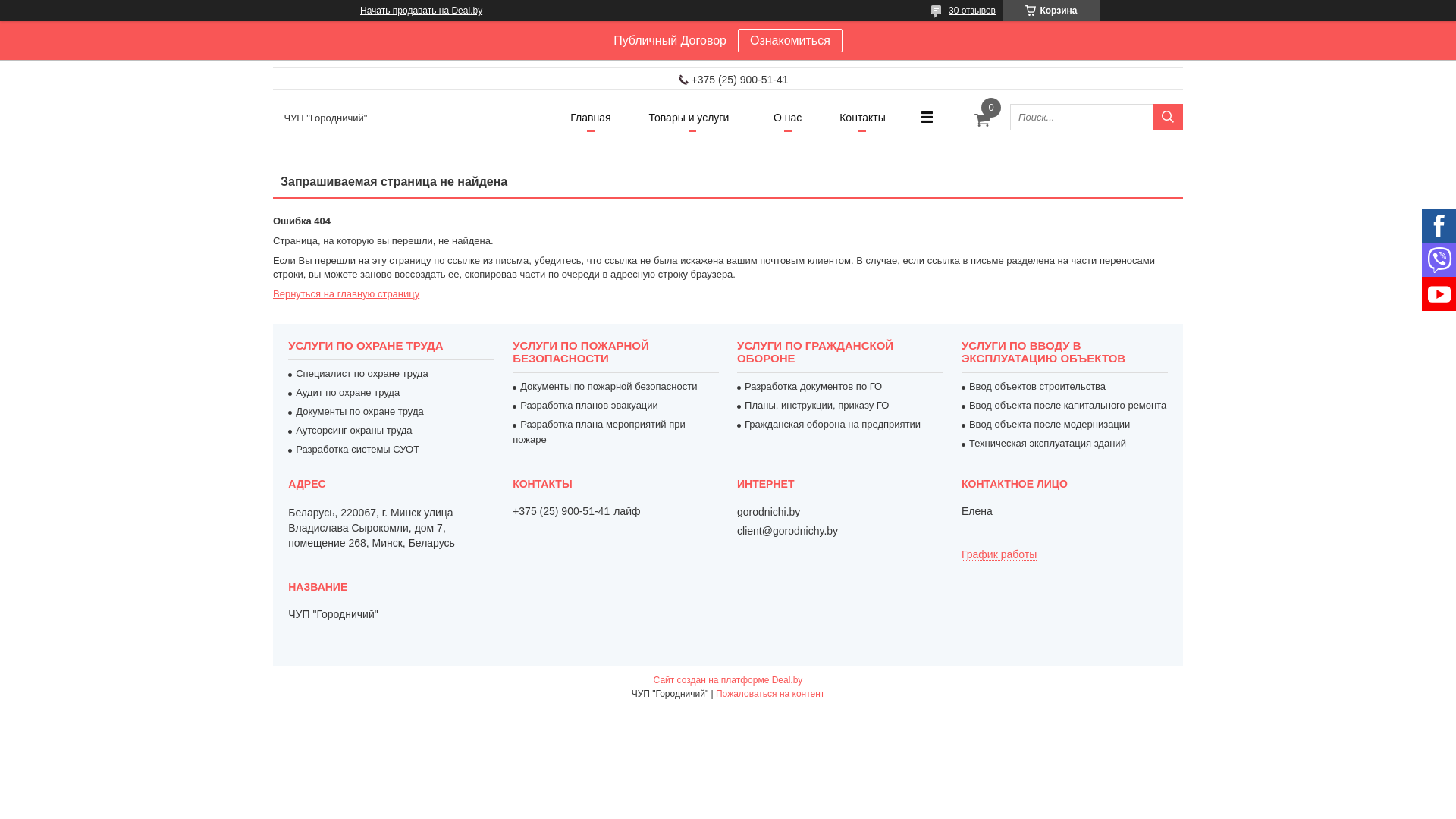 This screenshot has height=819, width=1456. I want to click on 'client@gorodnichy.by', so click(736, 529).